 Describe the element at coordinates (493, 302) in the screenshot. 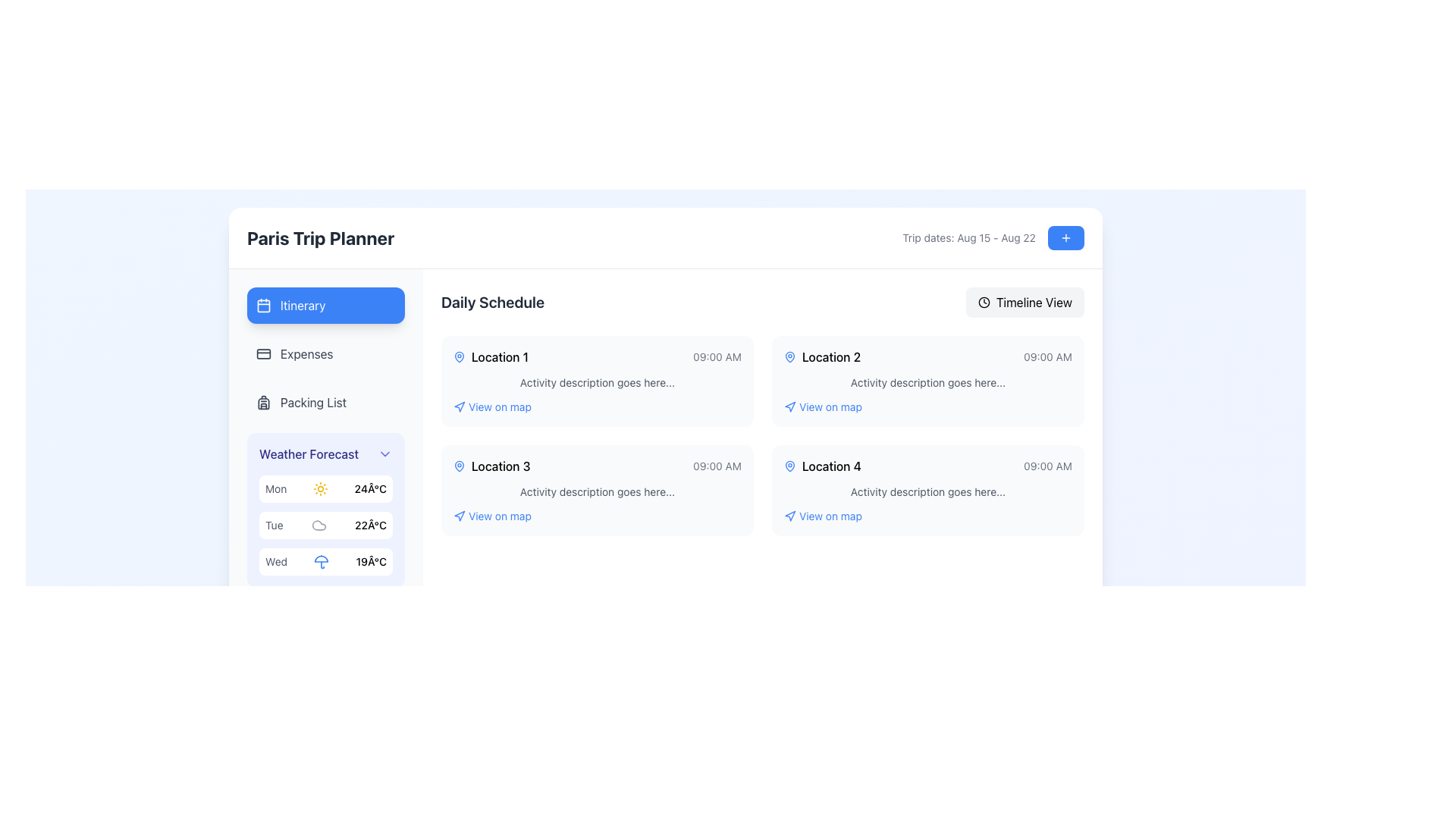

I see `the text label 'Daily Schedule' in bold font located in the header section of the dashboard to copy its text` at that location.